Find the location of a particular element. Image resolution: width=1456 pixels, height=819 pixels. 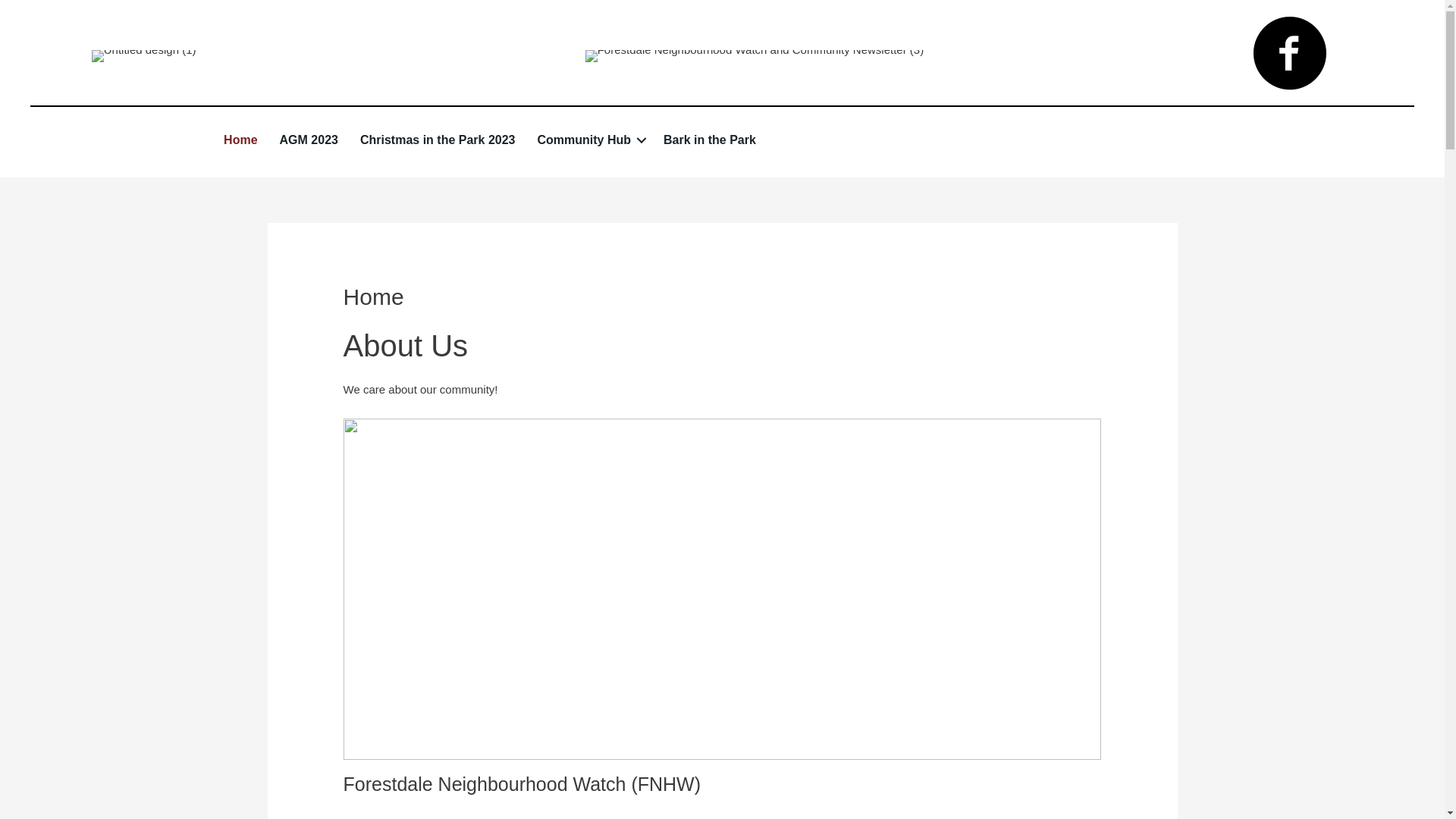

'Untitled design (1)' is located at coordinates (144, 55).